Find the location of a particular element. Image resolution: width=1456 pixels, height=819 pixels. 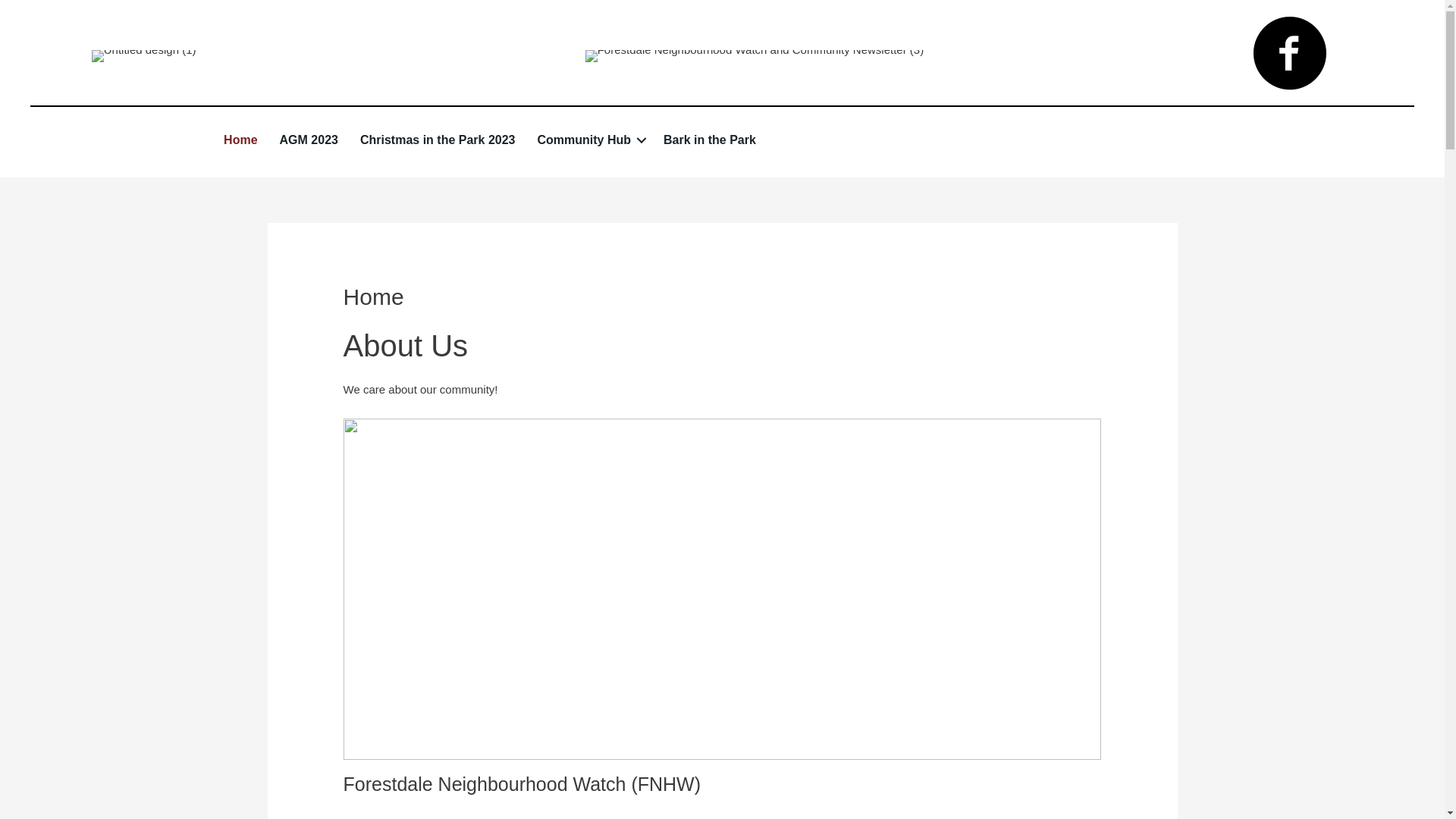

'Untitled design (1)' is located at coordinates (144, 55).